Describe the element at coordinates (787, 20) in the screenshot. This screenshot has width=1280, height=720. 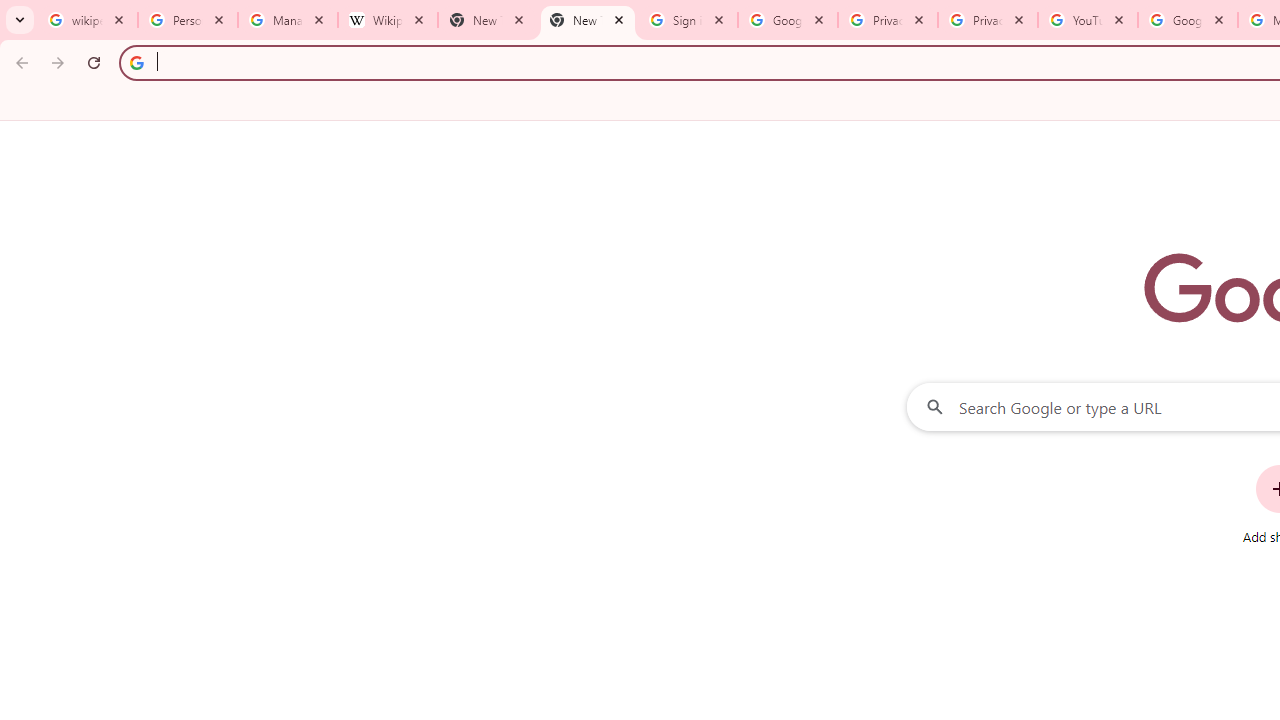
I see `'Google Drive: Sign-in'` at that location.